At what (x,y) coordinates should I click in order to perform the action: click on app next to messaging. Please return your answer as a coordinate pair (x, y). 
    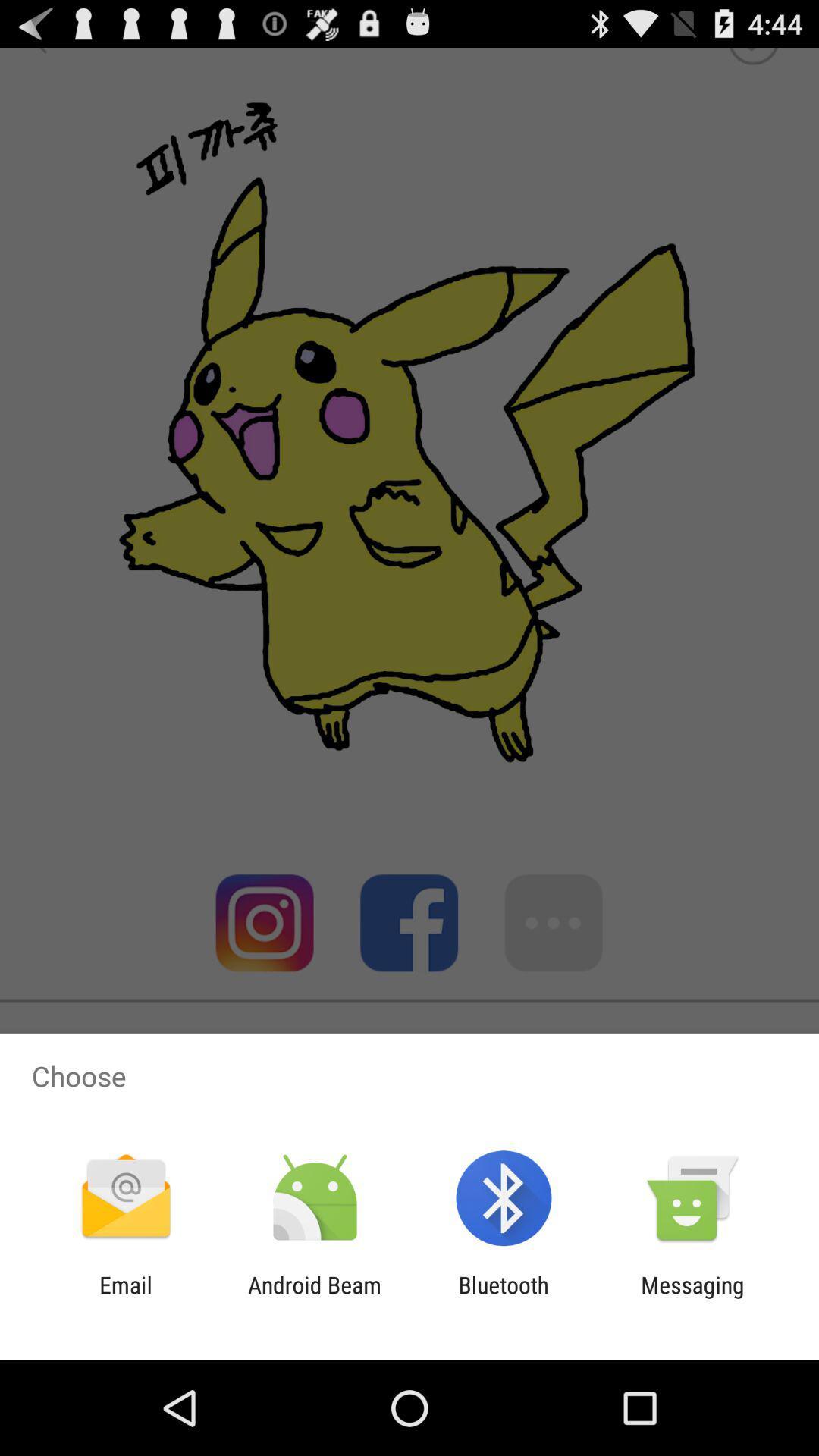
    Looking at the image, I should click on (504, 1298).